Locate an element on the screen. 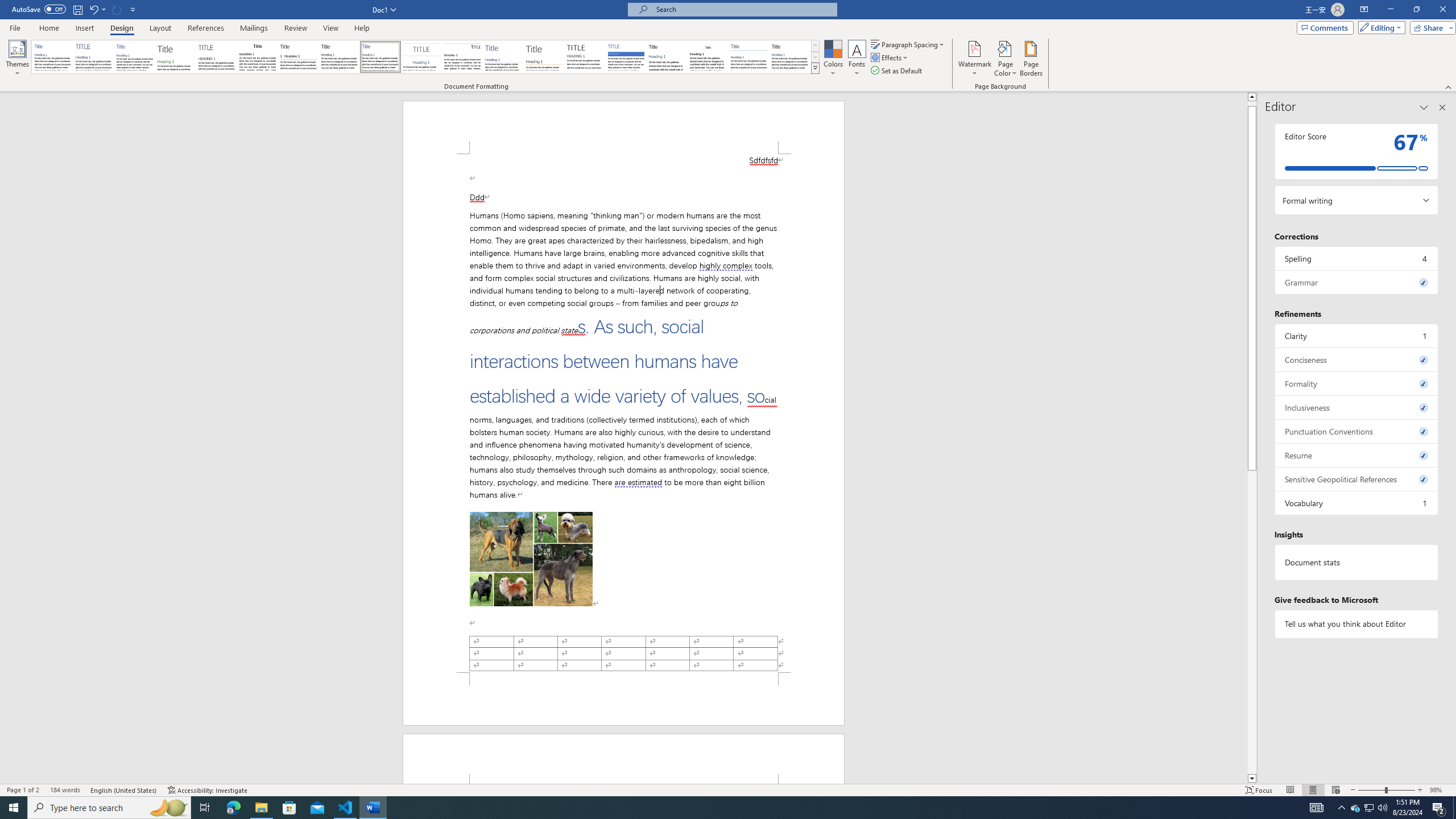 Image resolution: width=1456 pixels, height=819 pixels. 'Word 2010' is located at coordinates (748, 56).